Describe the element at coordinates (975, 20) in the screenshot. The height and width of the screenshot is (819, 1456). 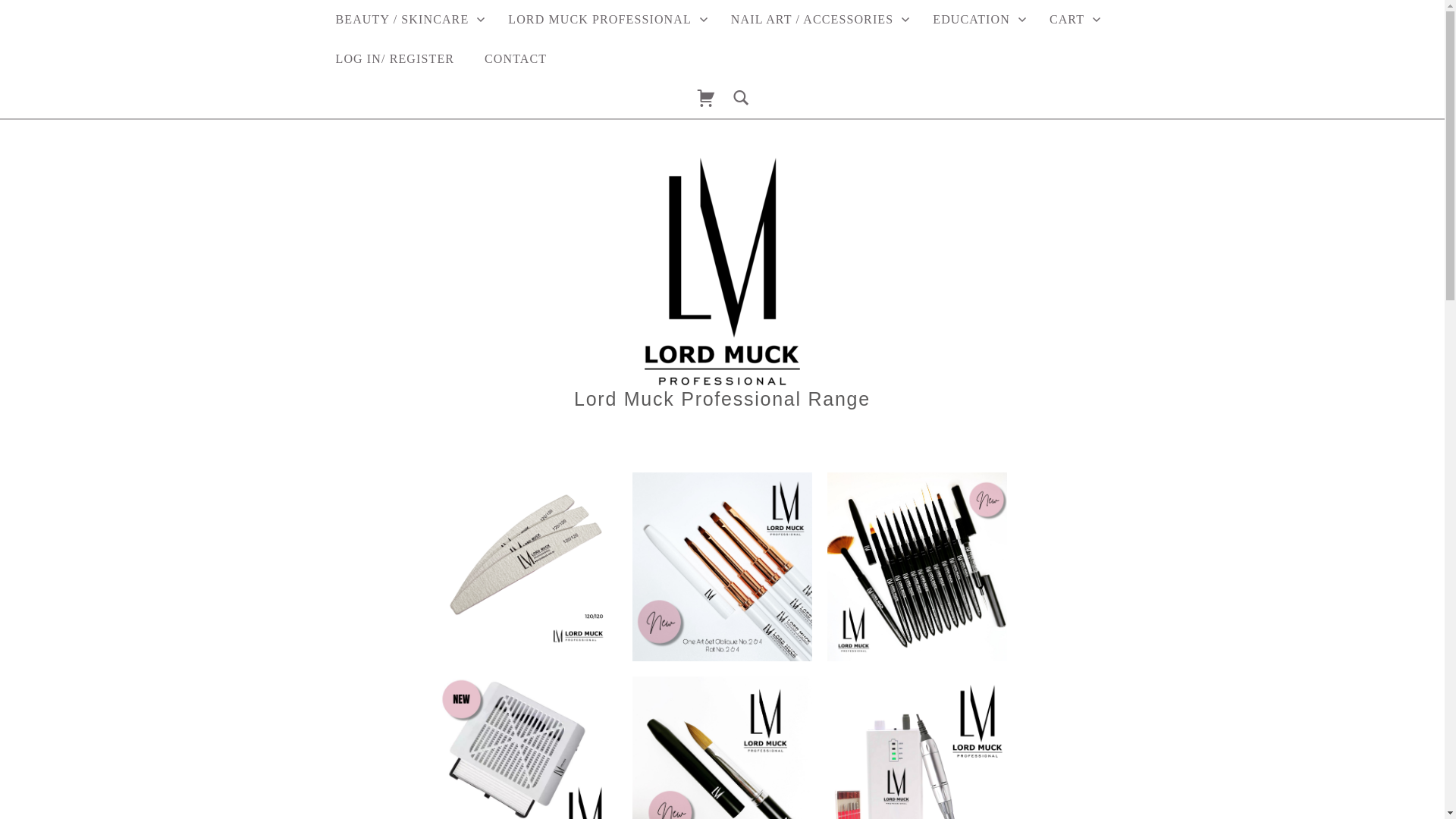
I see `'EDUCATION'` at that location.